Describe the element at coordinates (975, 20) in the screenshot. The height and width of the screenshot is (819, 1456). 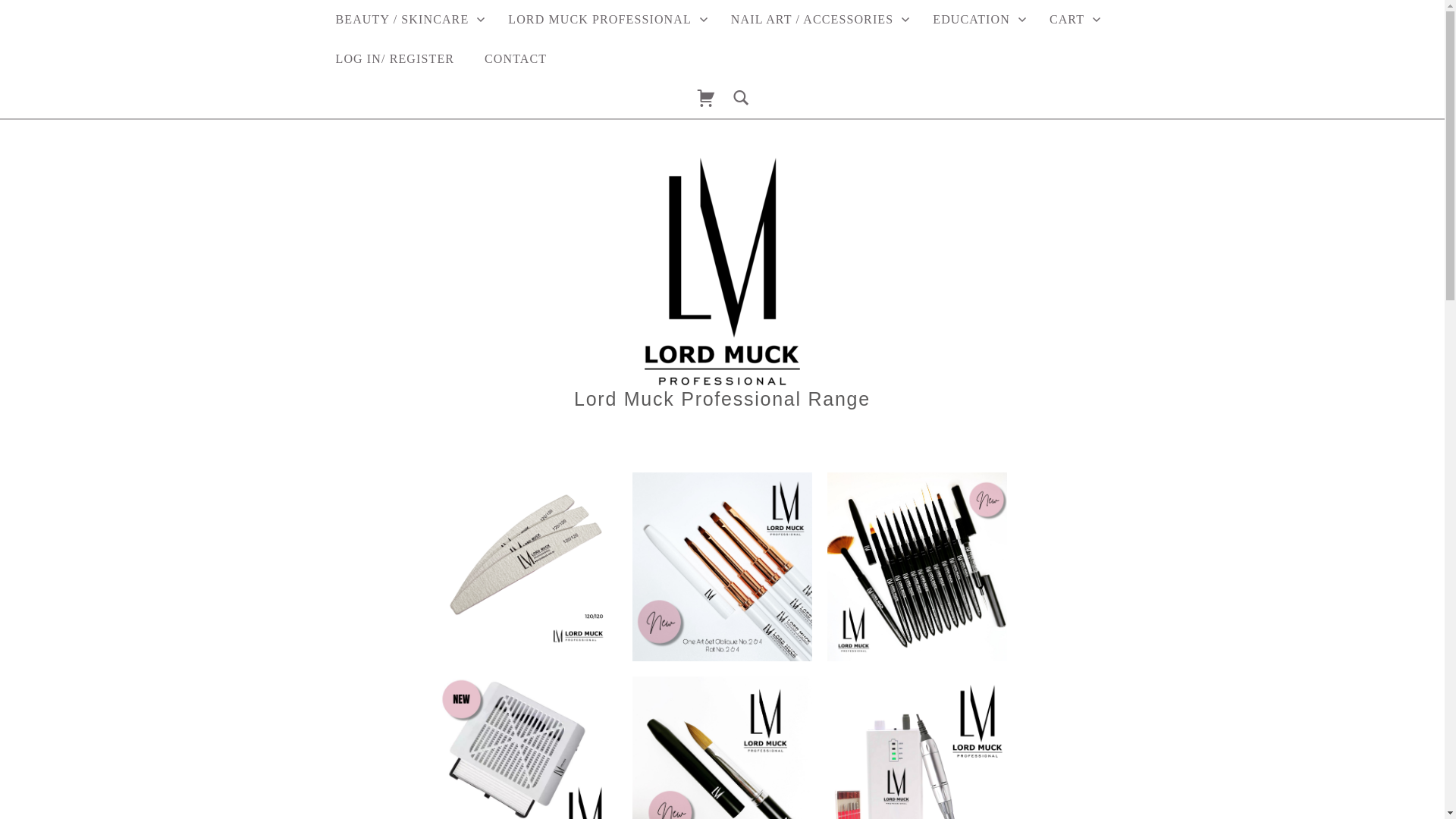
I see `'EDUCATION'` at that location.